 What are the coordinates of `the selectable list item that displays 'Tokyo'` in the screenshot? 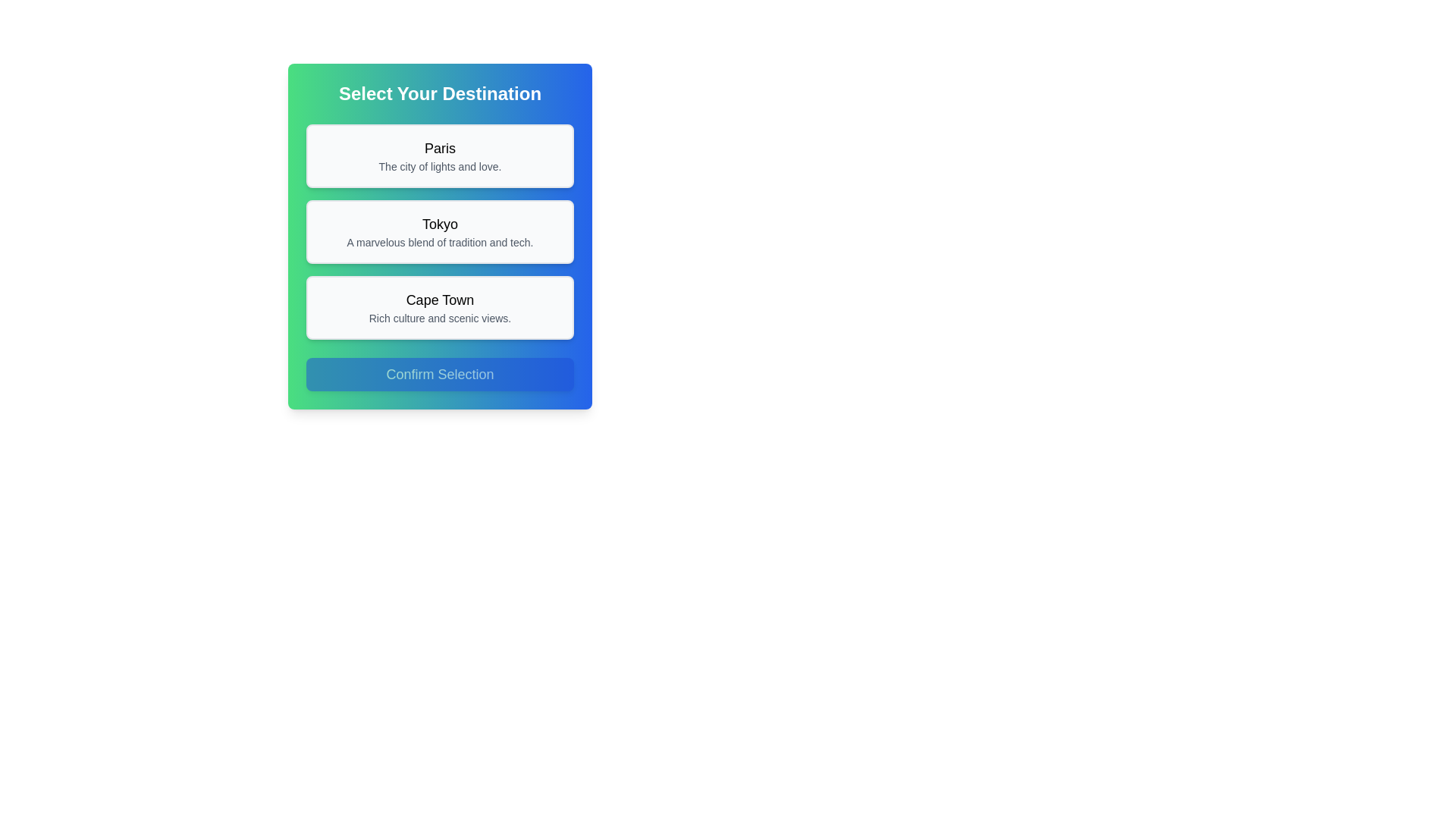 It's located at (439, 231).